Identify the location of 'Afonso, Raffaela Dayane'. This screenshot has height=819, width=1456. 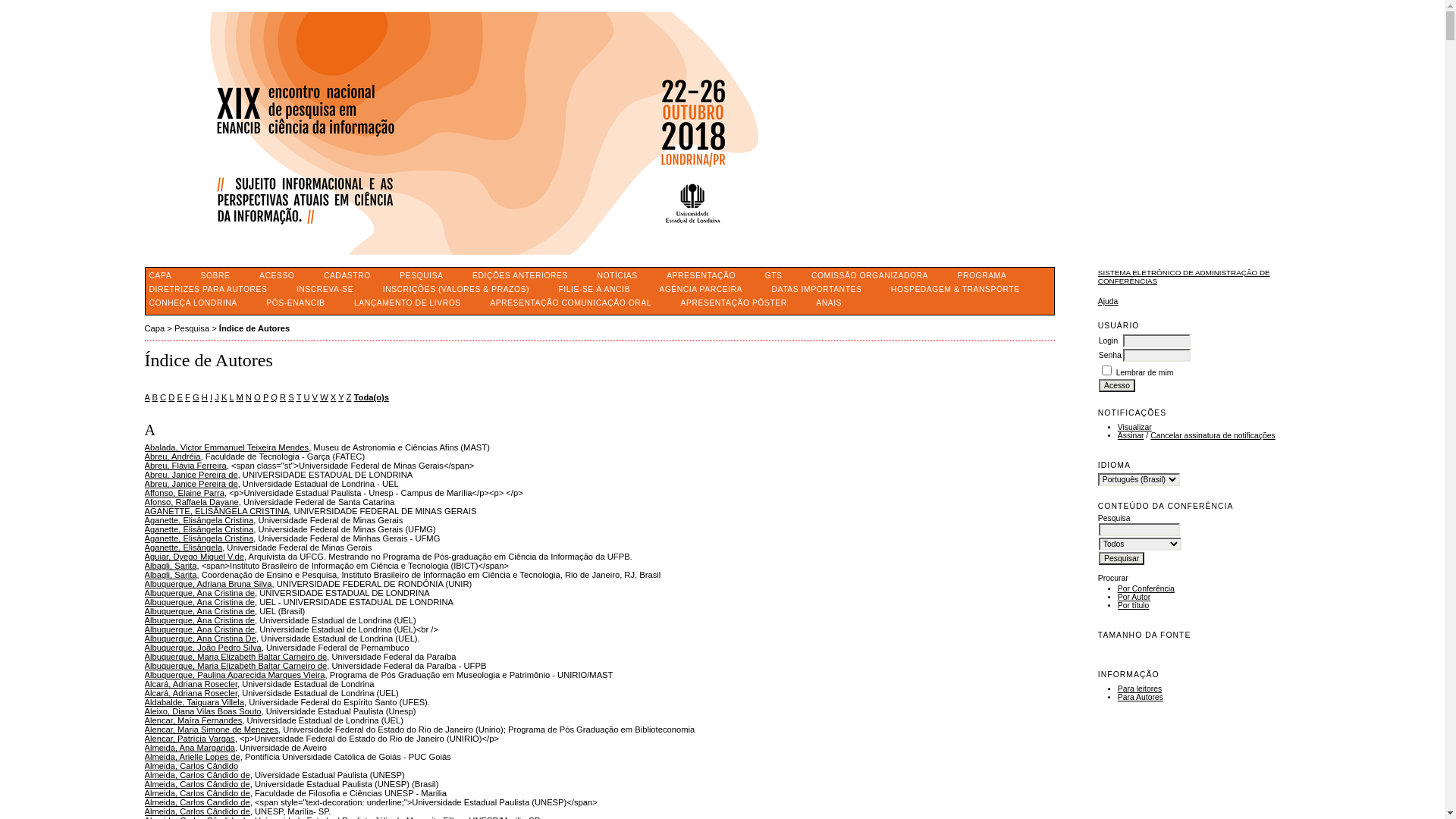
(190, 502).